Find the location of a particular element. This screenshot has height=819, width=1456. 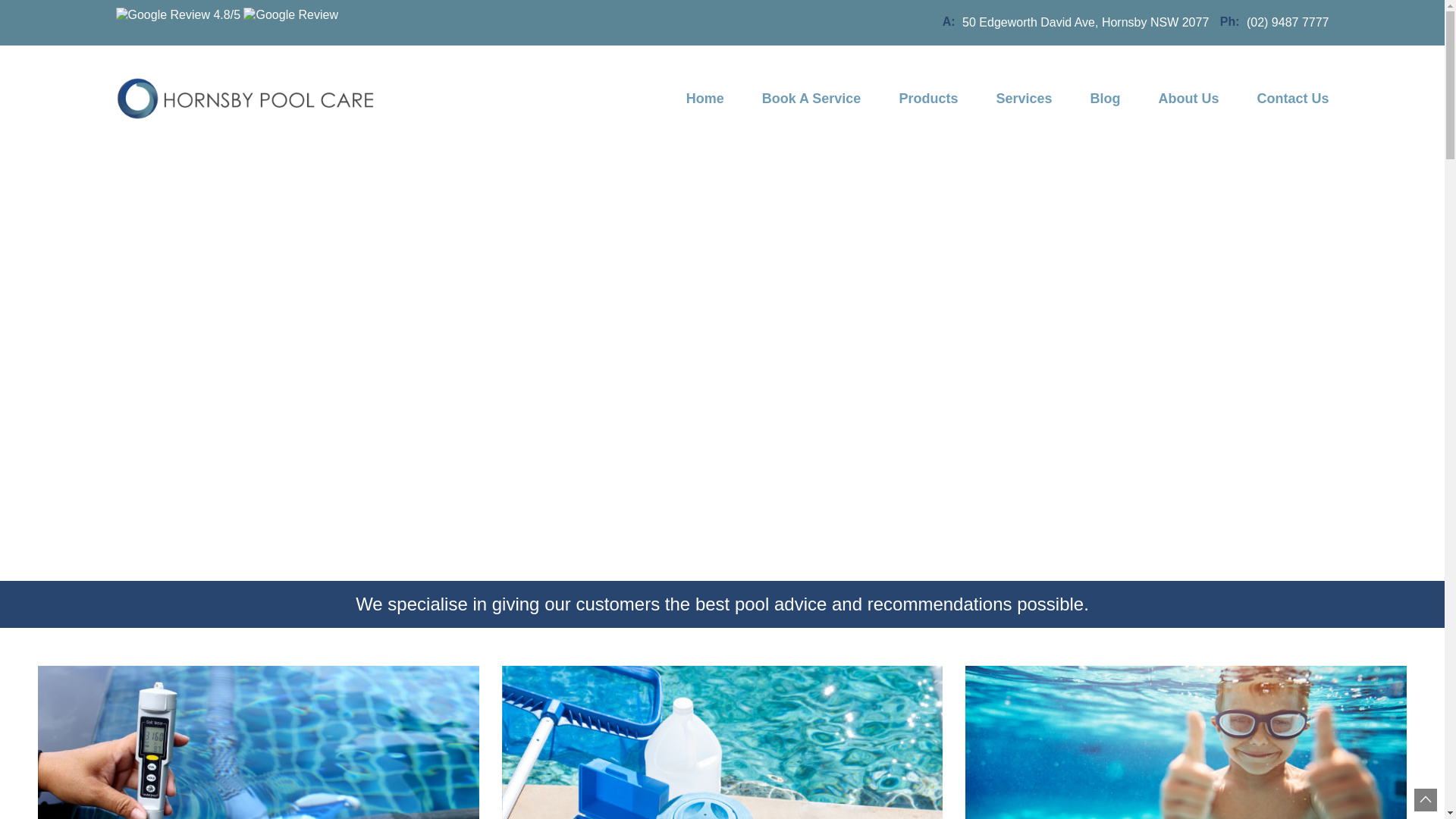

'4.8/5' is located at coordinates (225, 23).